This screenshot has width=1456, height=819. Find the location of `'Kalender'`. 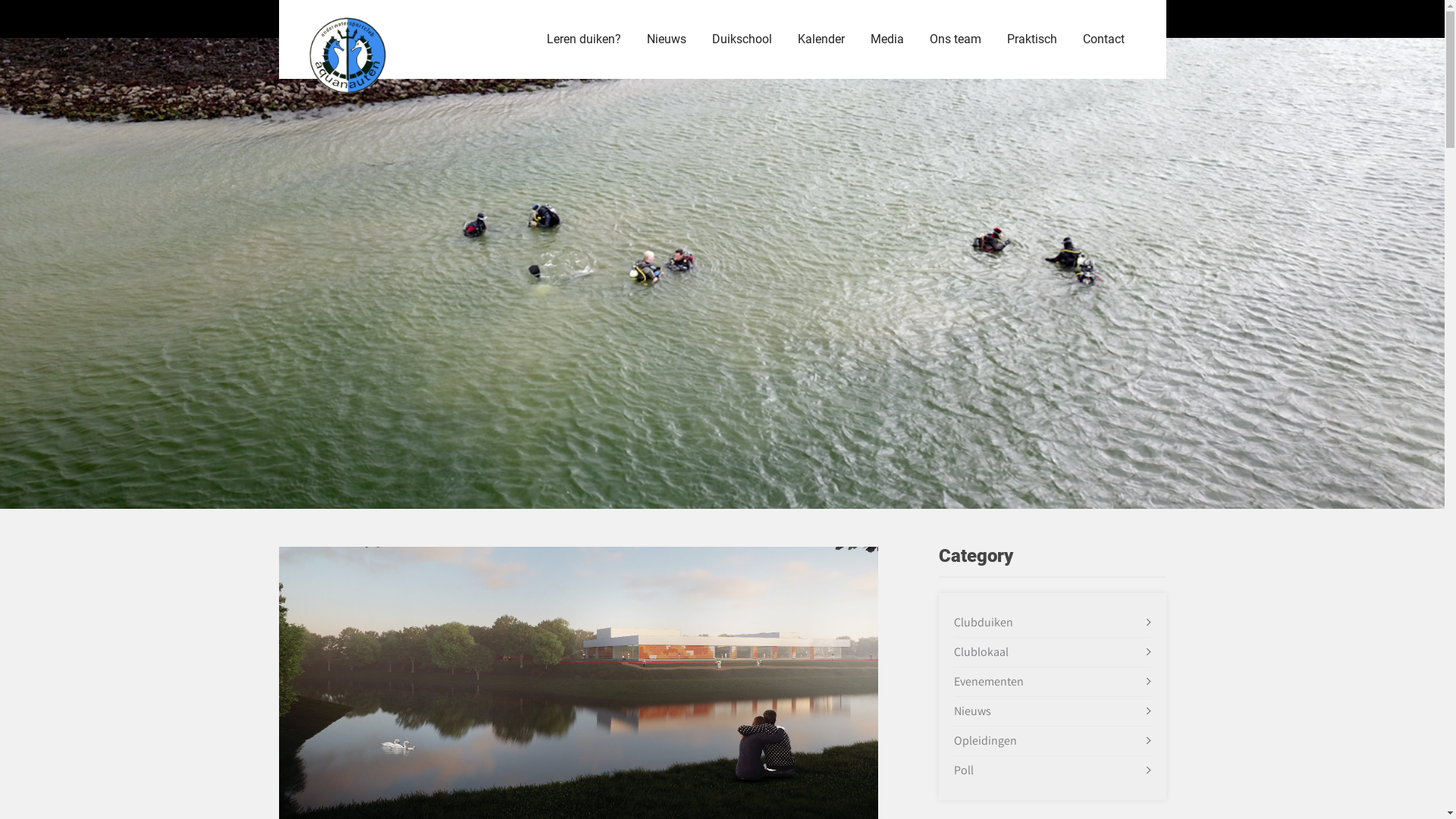

'Kalender' is located at coordinates (819, 38).